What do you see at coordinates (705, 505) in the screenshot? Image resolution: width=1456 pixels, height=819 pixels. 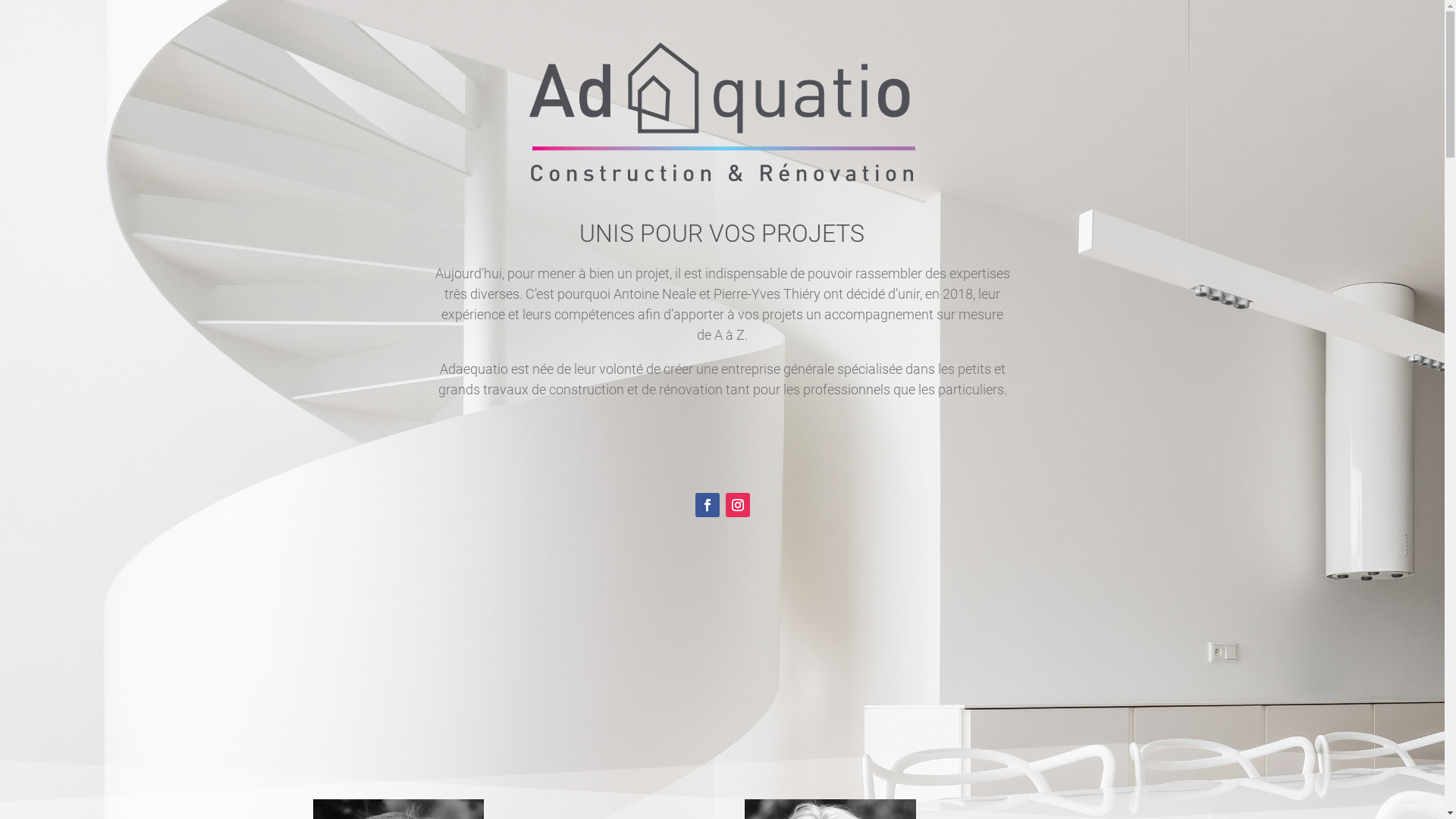 I see `'Follow on Facebook'` at bounding box center [705, 505].